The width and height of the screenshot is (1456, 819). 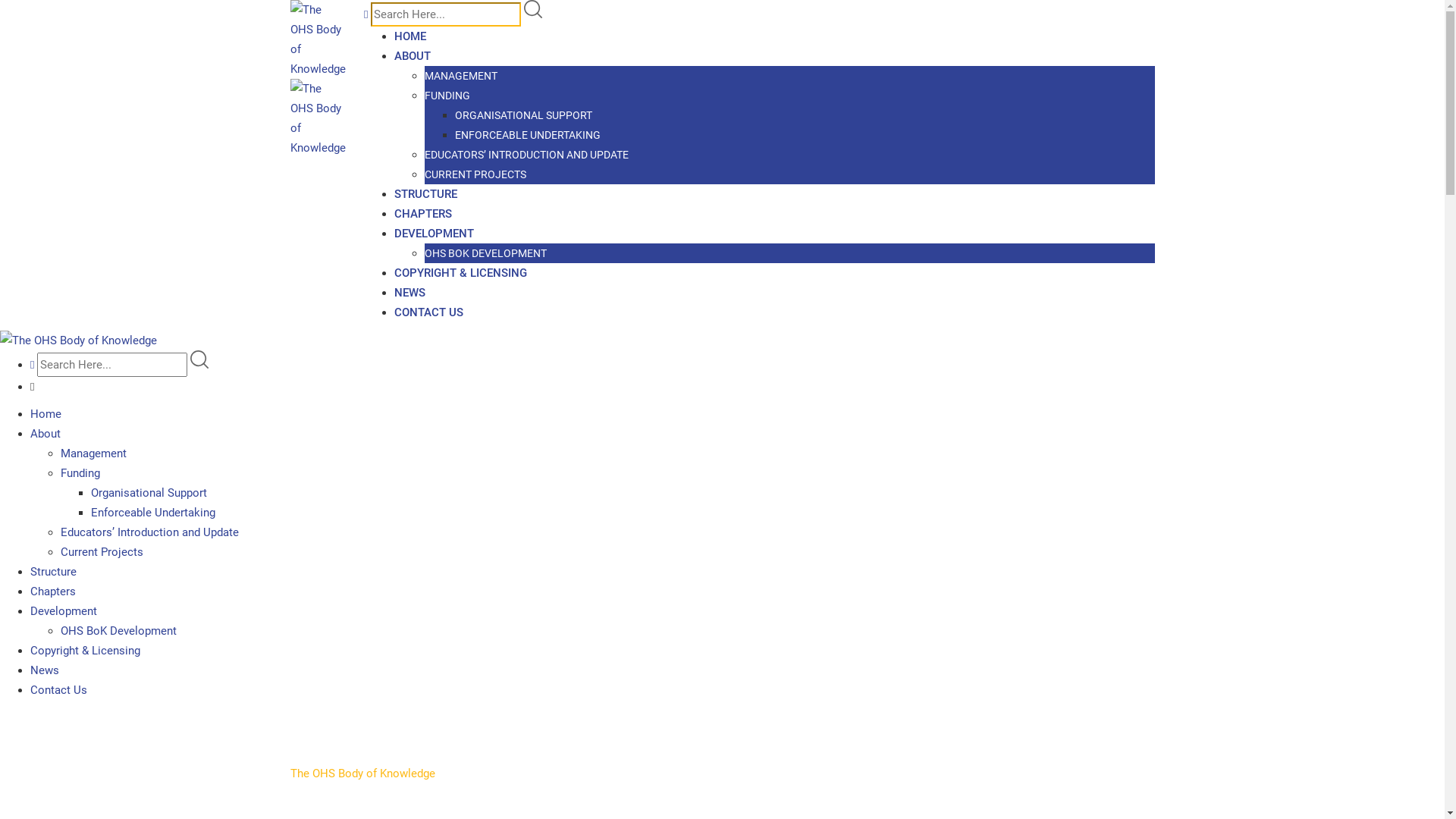 What do you see at coordinates (53, 571) in the screenshot?
I see `'Structure'` at bounding box center [53, 571].